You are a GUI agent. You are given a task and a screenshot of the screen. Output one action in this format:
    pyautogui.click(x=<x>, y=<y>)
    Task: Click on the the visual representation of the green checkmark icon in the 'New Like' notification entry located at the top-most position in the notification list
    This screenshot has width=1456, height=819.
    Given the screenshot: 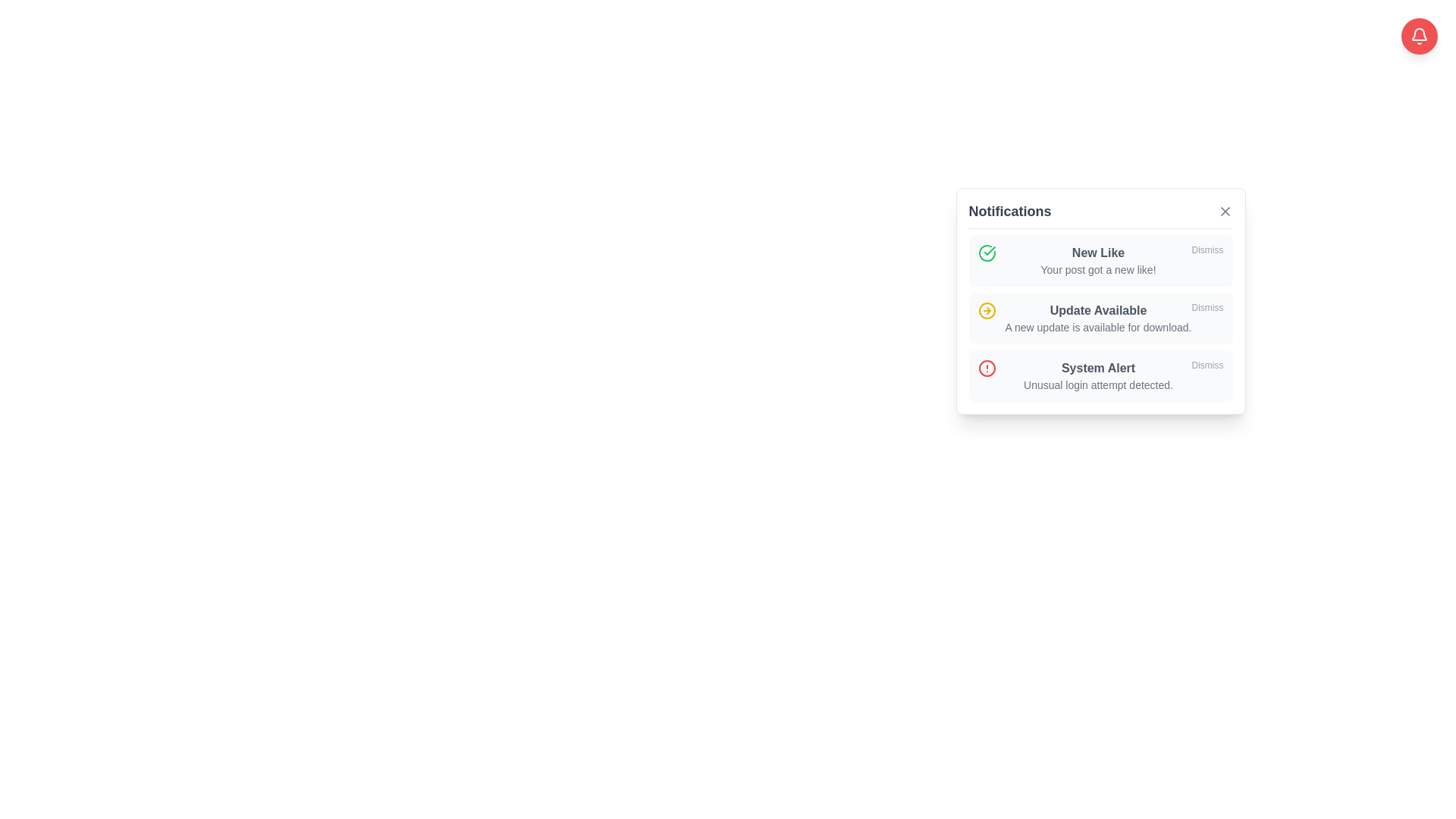 What is the action you would take?
    pyautogui.click(x=987, y=253)
    